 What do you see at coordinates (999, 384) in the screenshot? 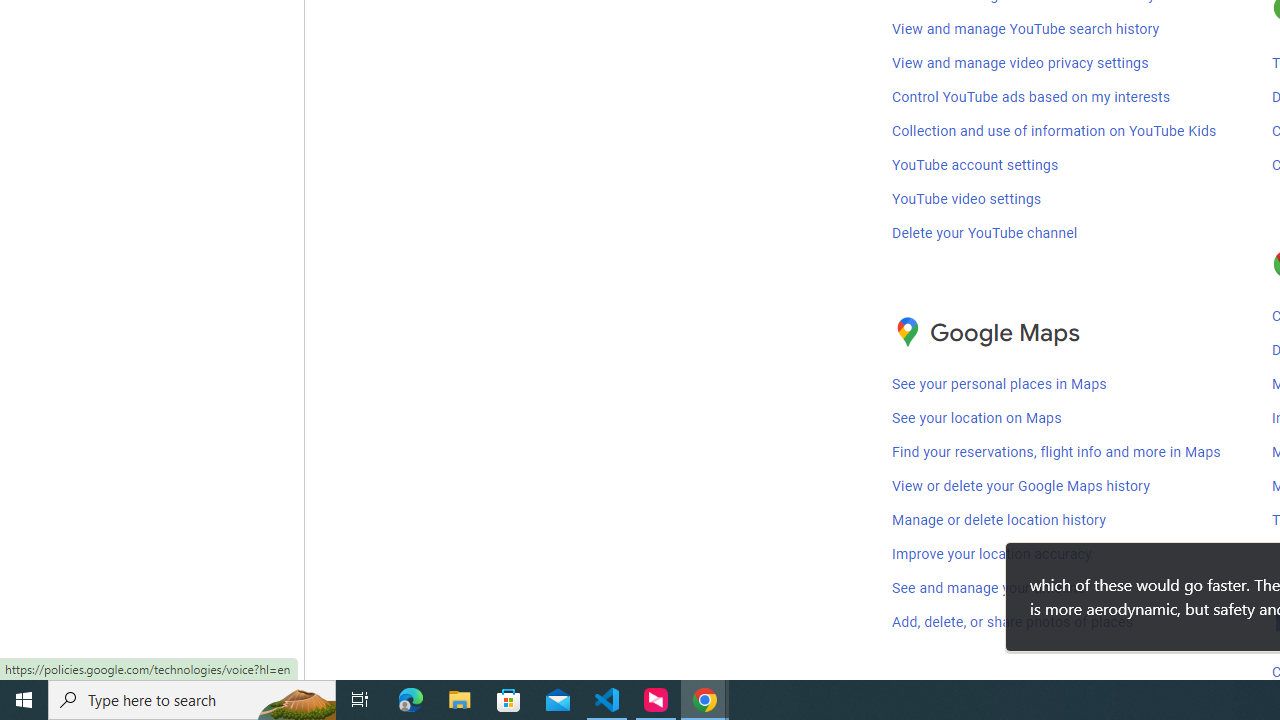
I see `'See your personal places in Maps'` at bounding box center [999, 384].